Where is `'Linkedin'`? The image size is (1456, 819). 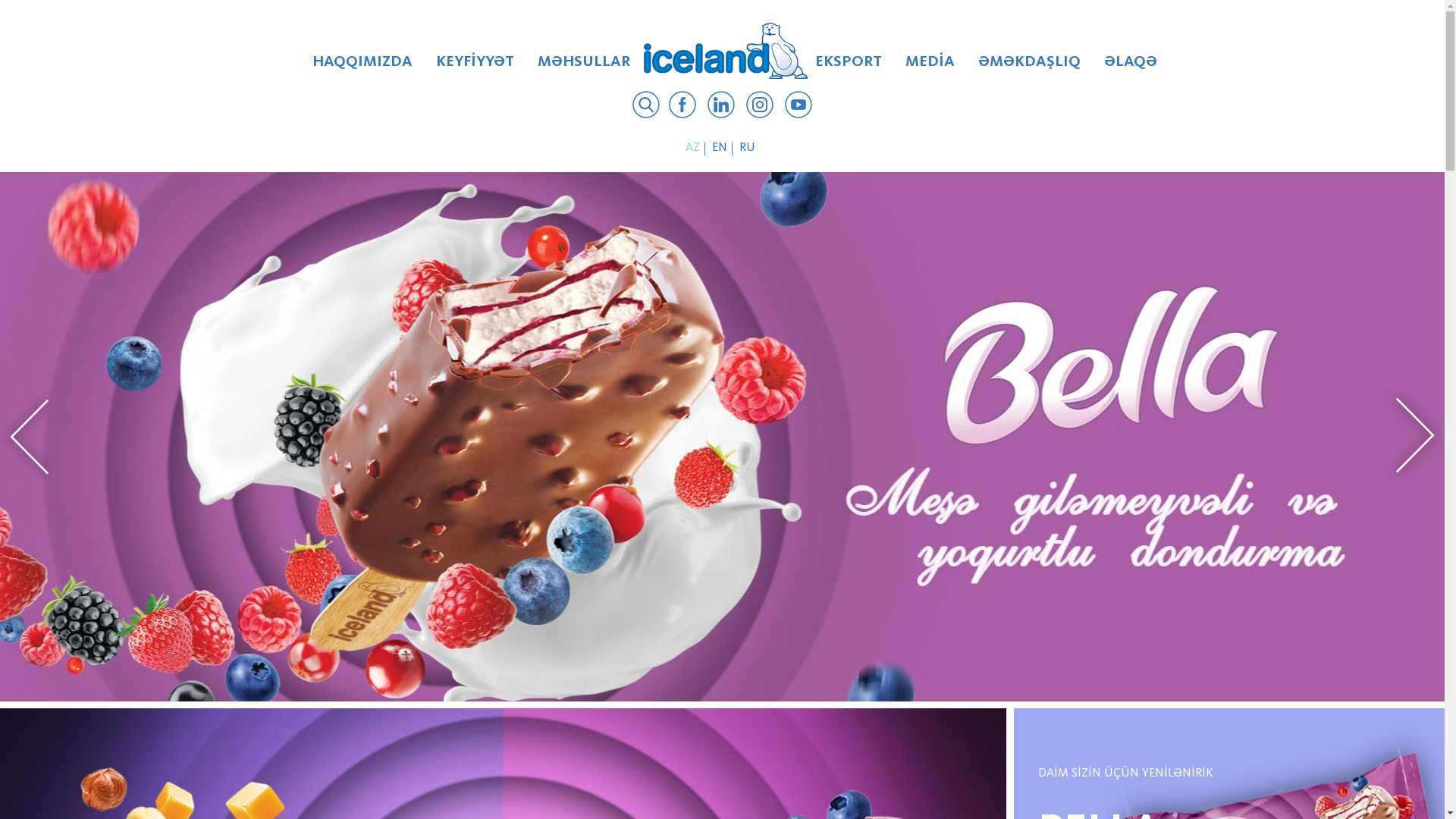
'Linkedin' is located at coordinates (706, 106).